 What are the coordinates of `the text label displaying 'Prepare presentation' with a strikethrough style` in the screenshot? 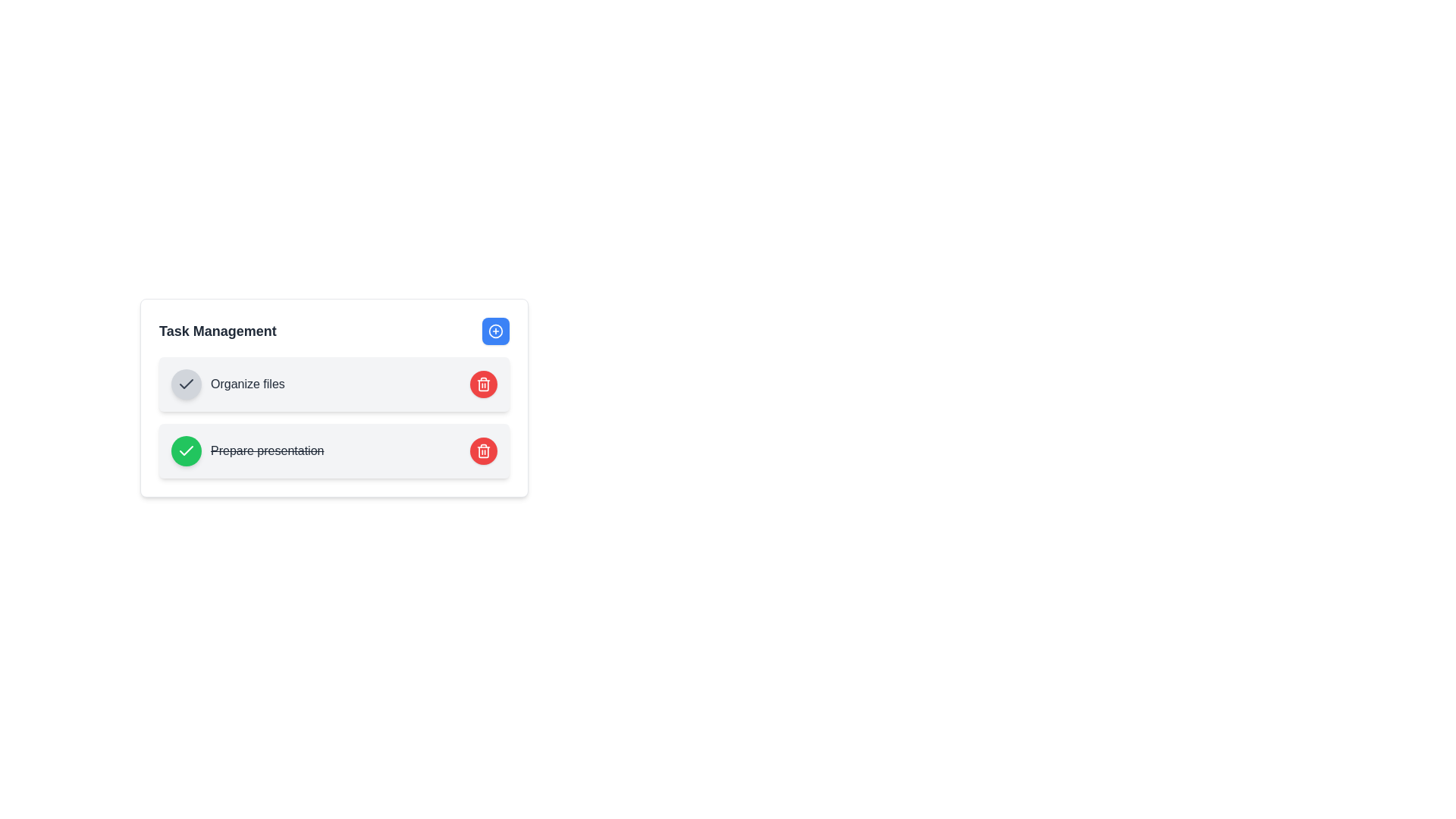 It's located at (247, 450).